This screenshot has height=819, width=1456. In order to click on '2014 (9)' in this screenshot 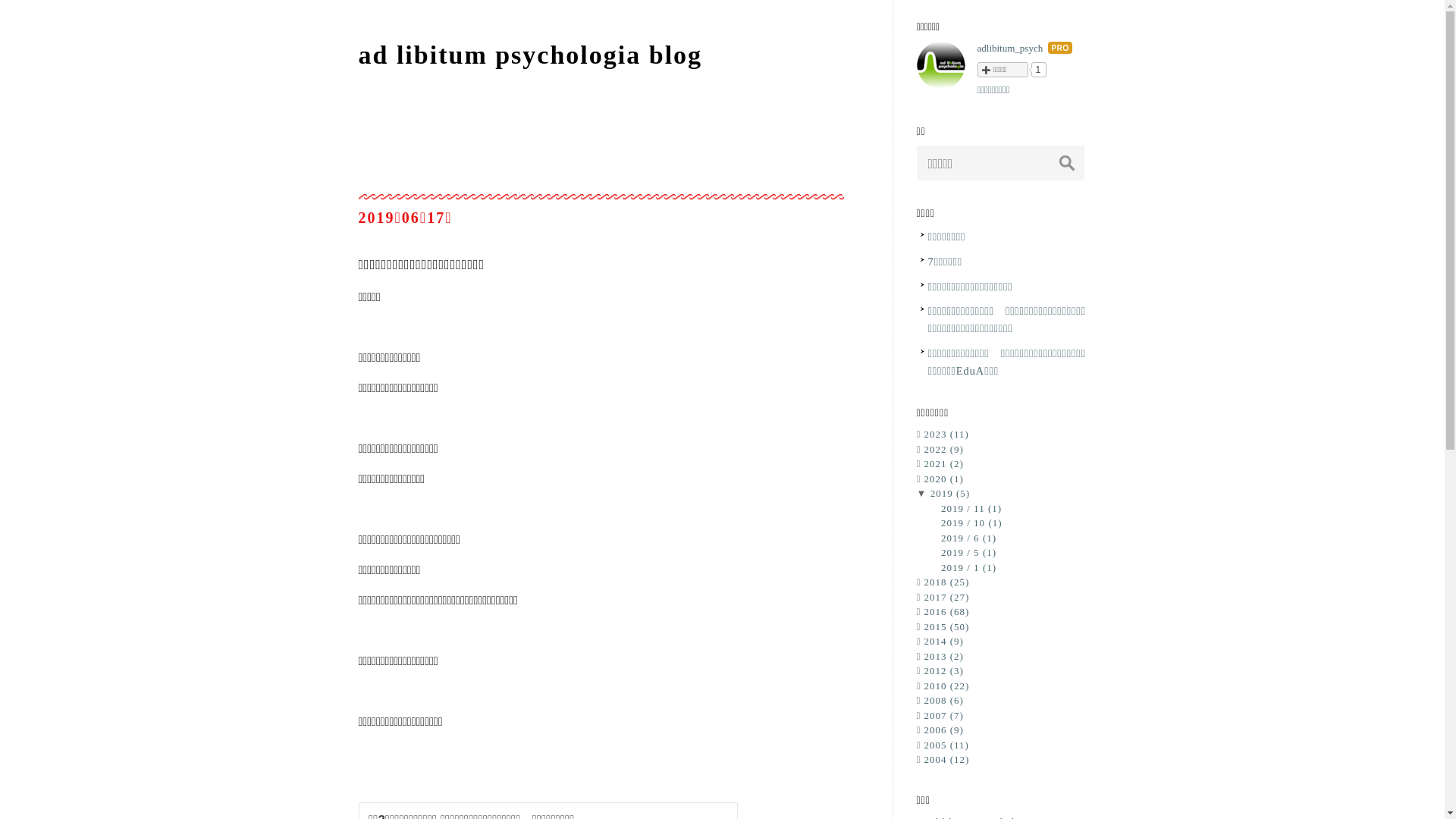, I will do `click(942, 641)`.